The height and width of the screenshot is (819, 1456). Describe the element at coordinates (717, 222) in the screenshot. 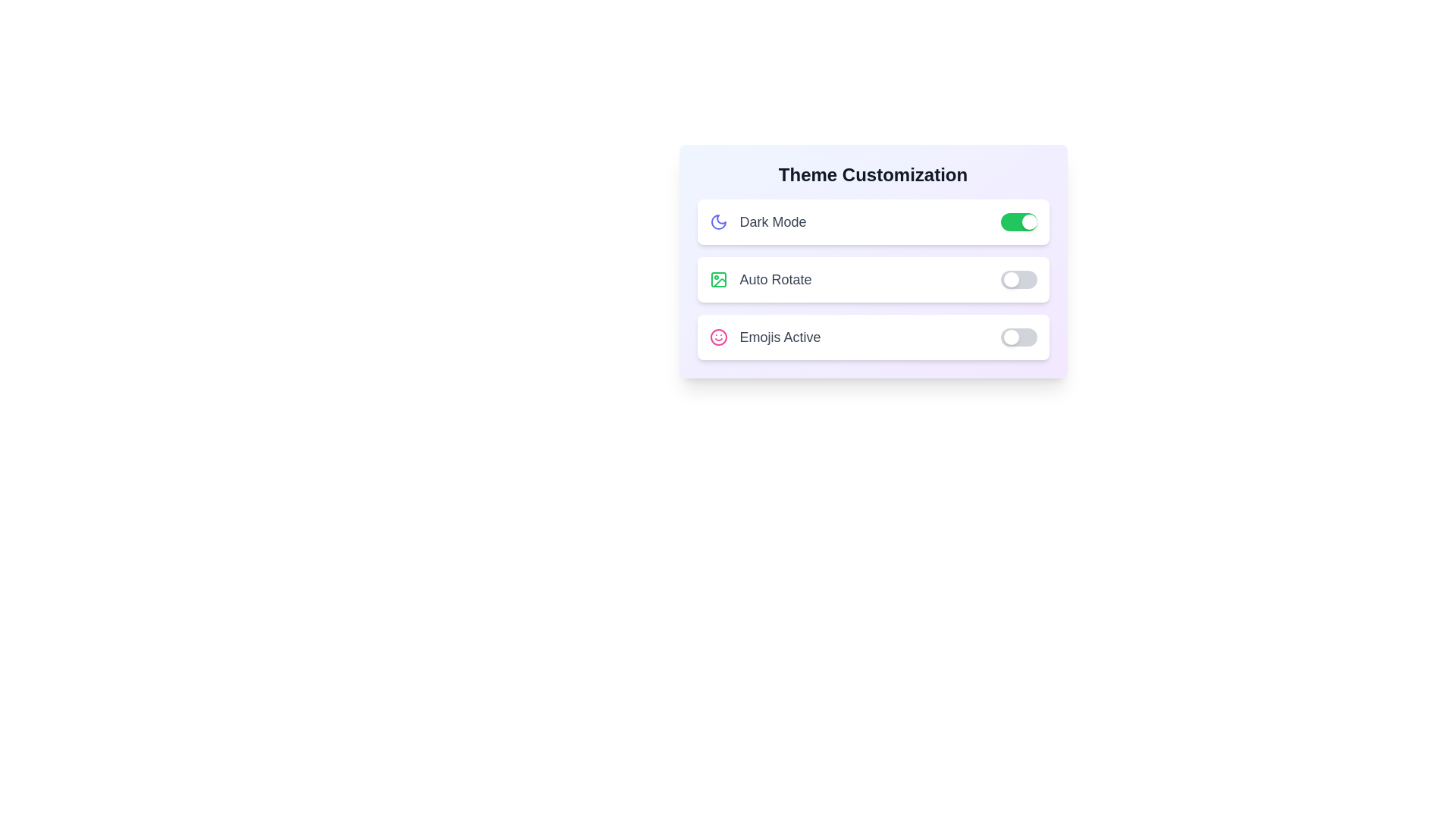

I see `the crescent moon-shaped icon that indicates the 'Dark Mode' toggle option in the 'Theme Customization' panel` at that location.